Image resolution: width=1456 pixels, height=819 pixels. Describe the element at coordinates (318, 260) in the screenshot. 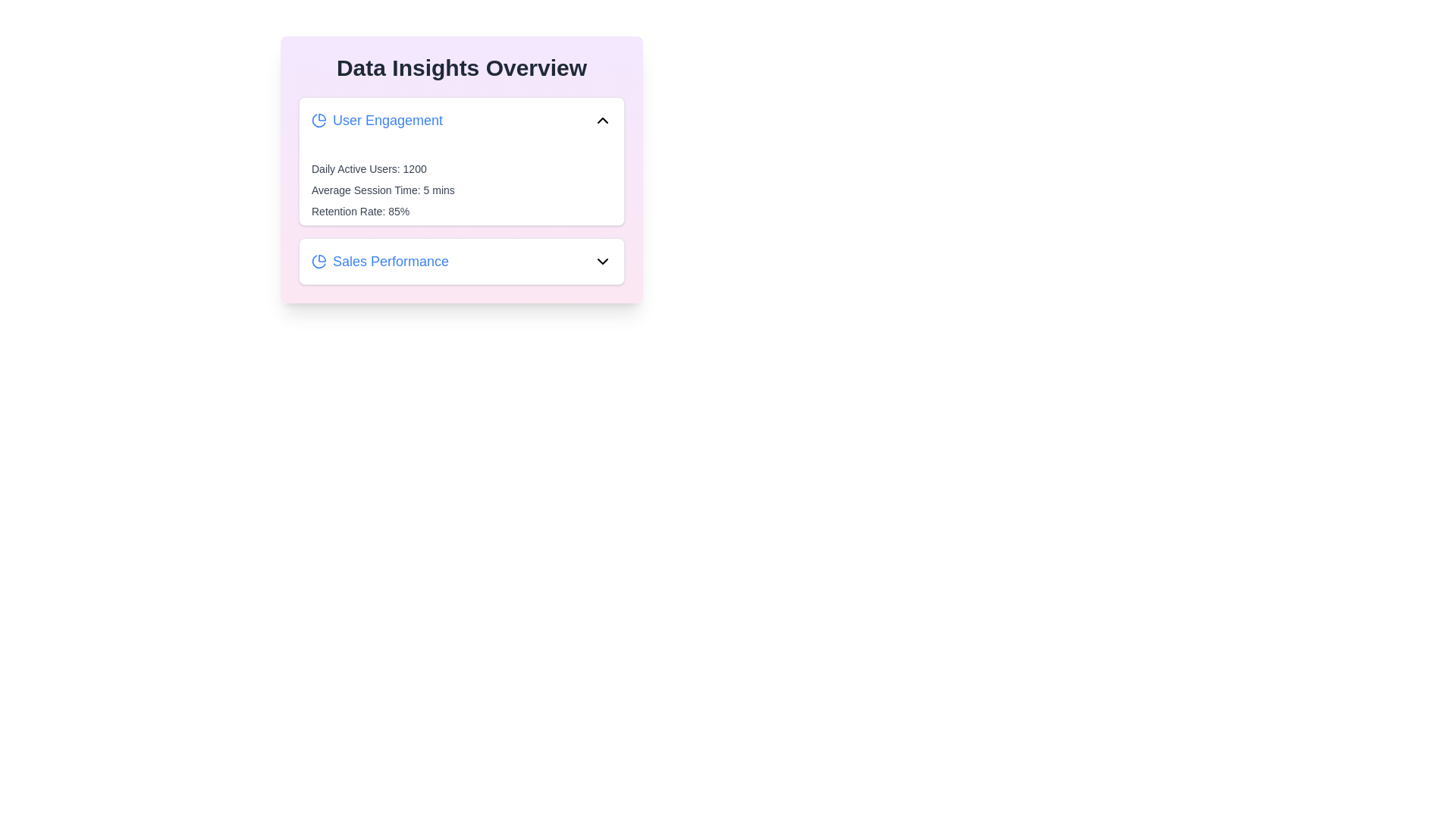

I see `the icon next to the category title Sales Performance` at that location.